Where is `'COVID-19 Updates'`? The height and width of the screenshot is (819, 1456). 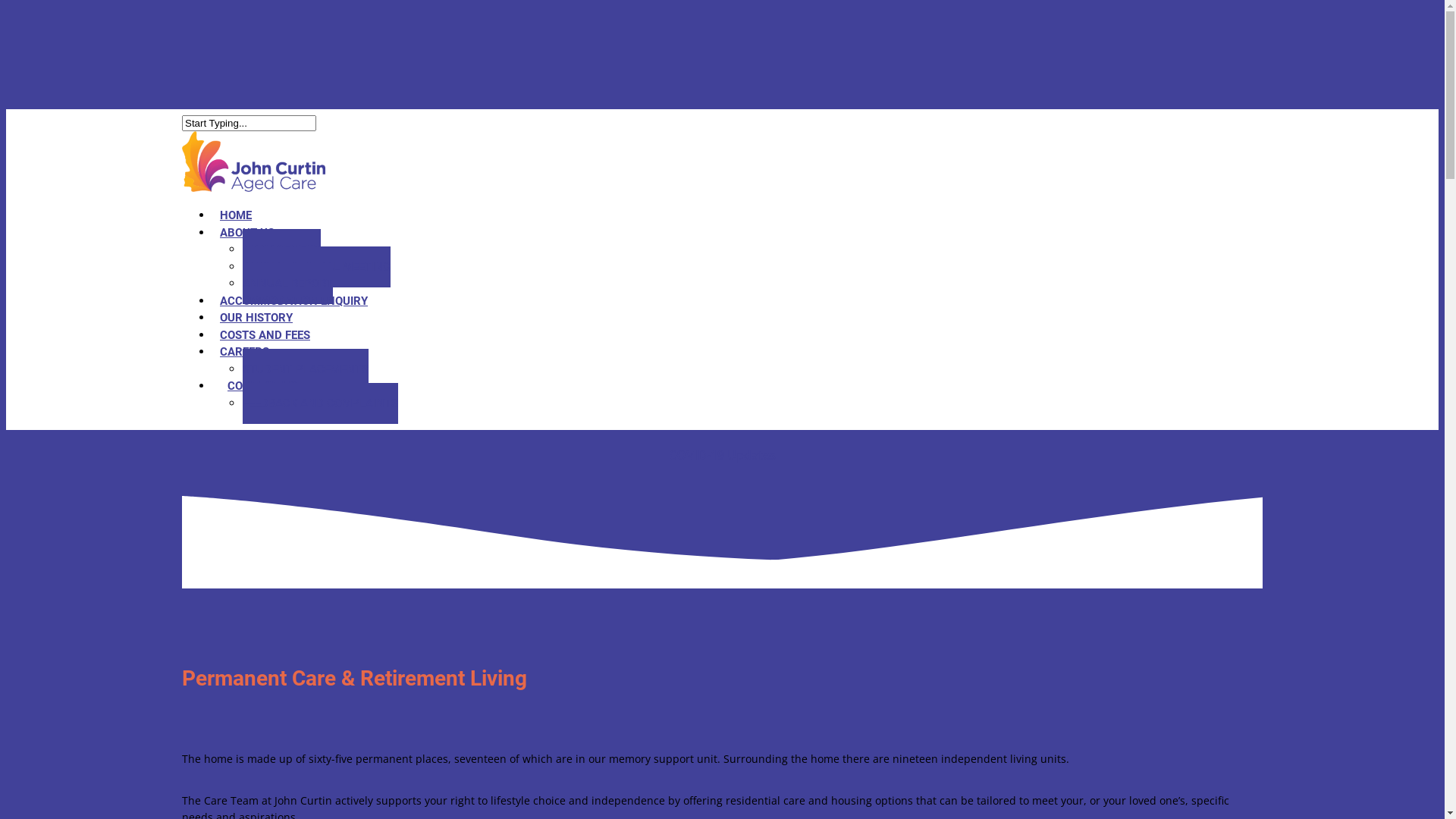 'COVID-19 Updates' is located at coordinates (721, 454).